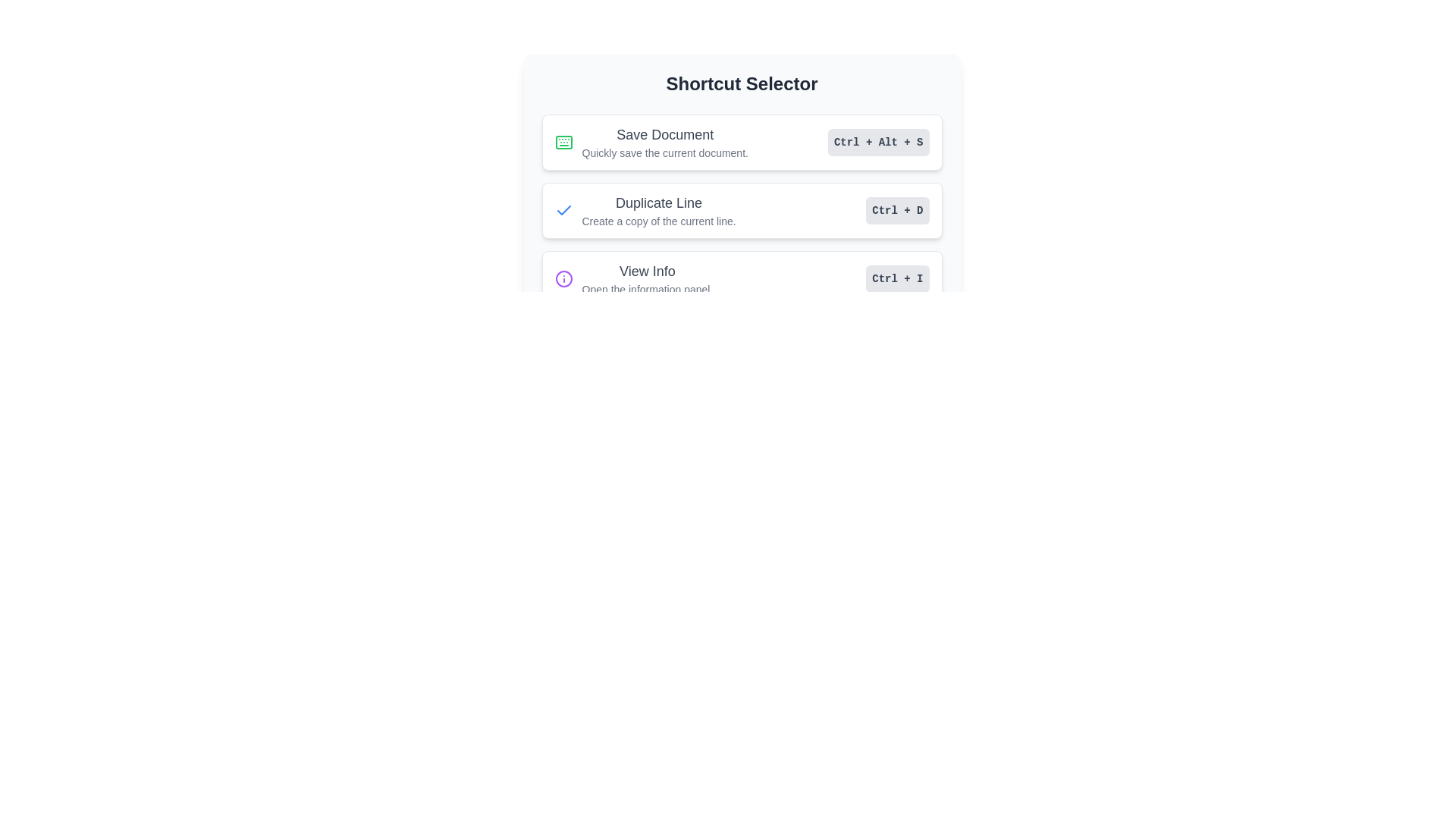 The width and height of the screenshot is (1456, 819). I want to click on the descriptive Text label located just below the 'View Info' header, so click(647, 289).